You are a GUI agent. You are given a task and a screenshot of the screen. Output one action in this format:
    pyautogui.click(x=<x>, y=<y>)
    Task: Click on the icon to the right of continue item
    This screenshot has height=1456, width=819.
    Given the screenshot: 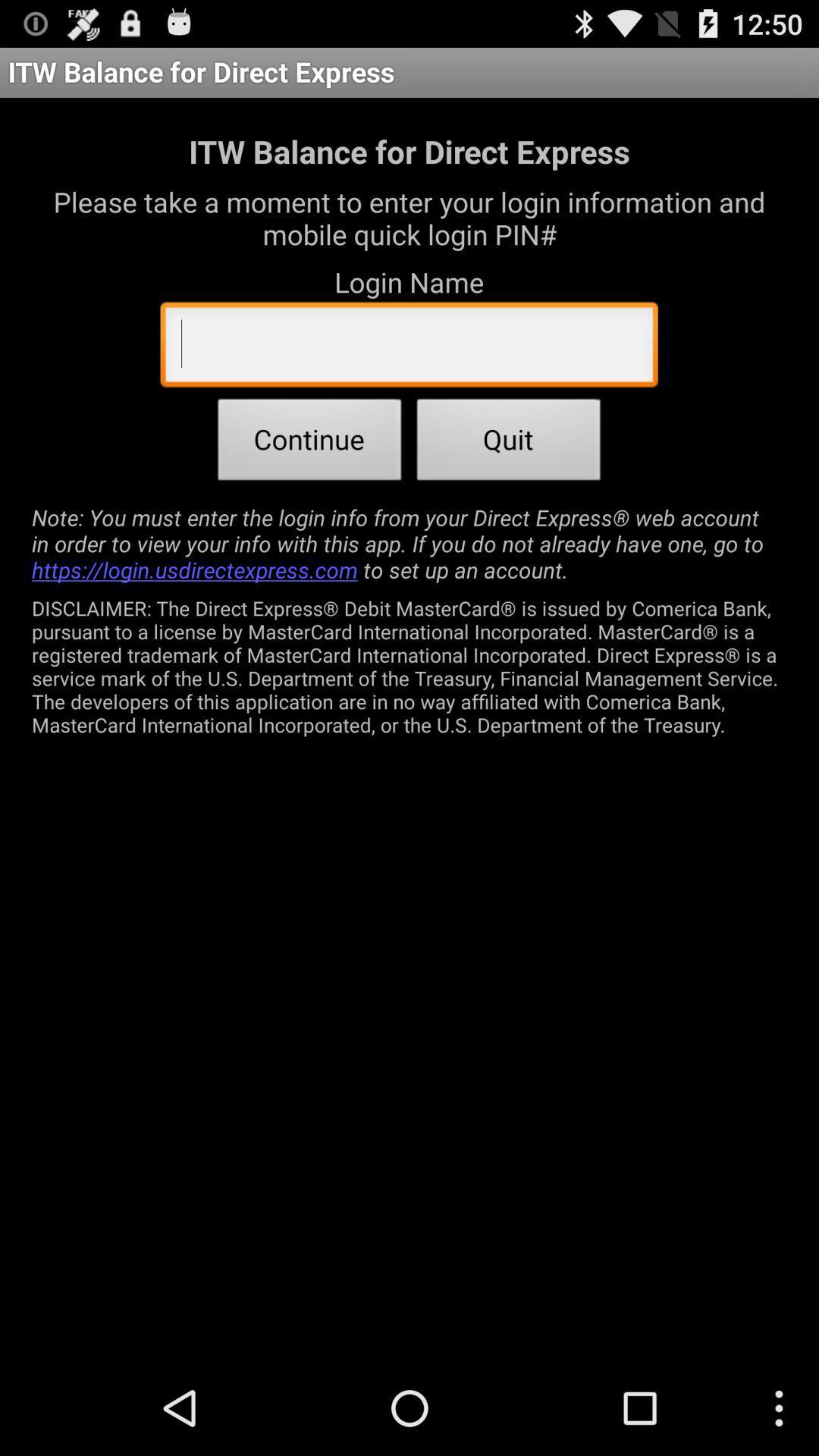 What is the action you would take?
    pyautogui.click(x=509, y=443)
    